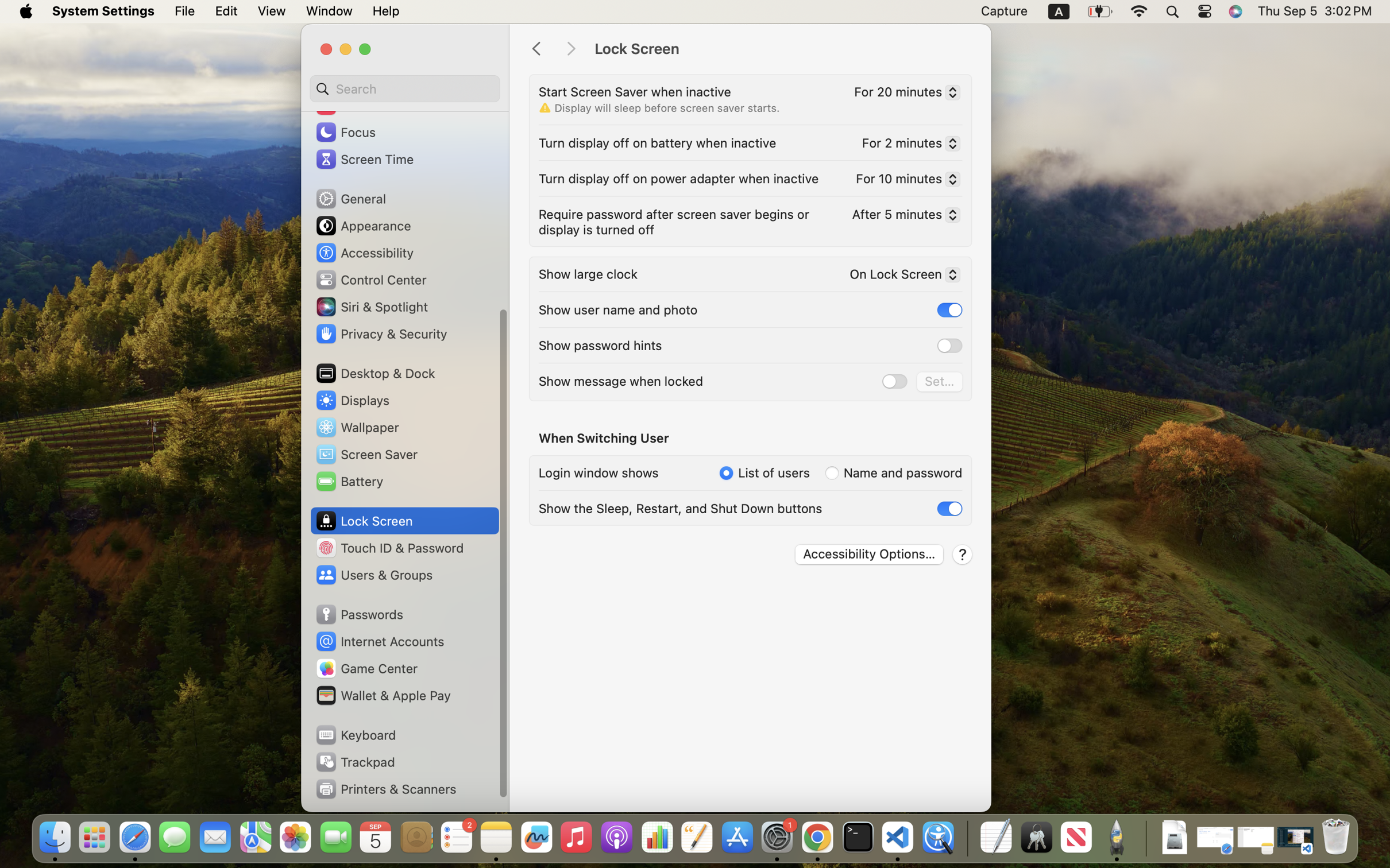  I want to click on 'Warning Display will sleep before screen saver starts.', so click(658, 107).